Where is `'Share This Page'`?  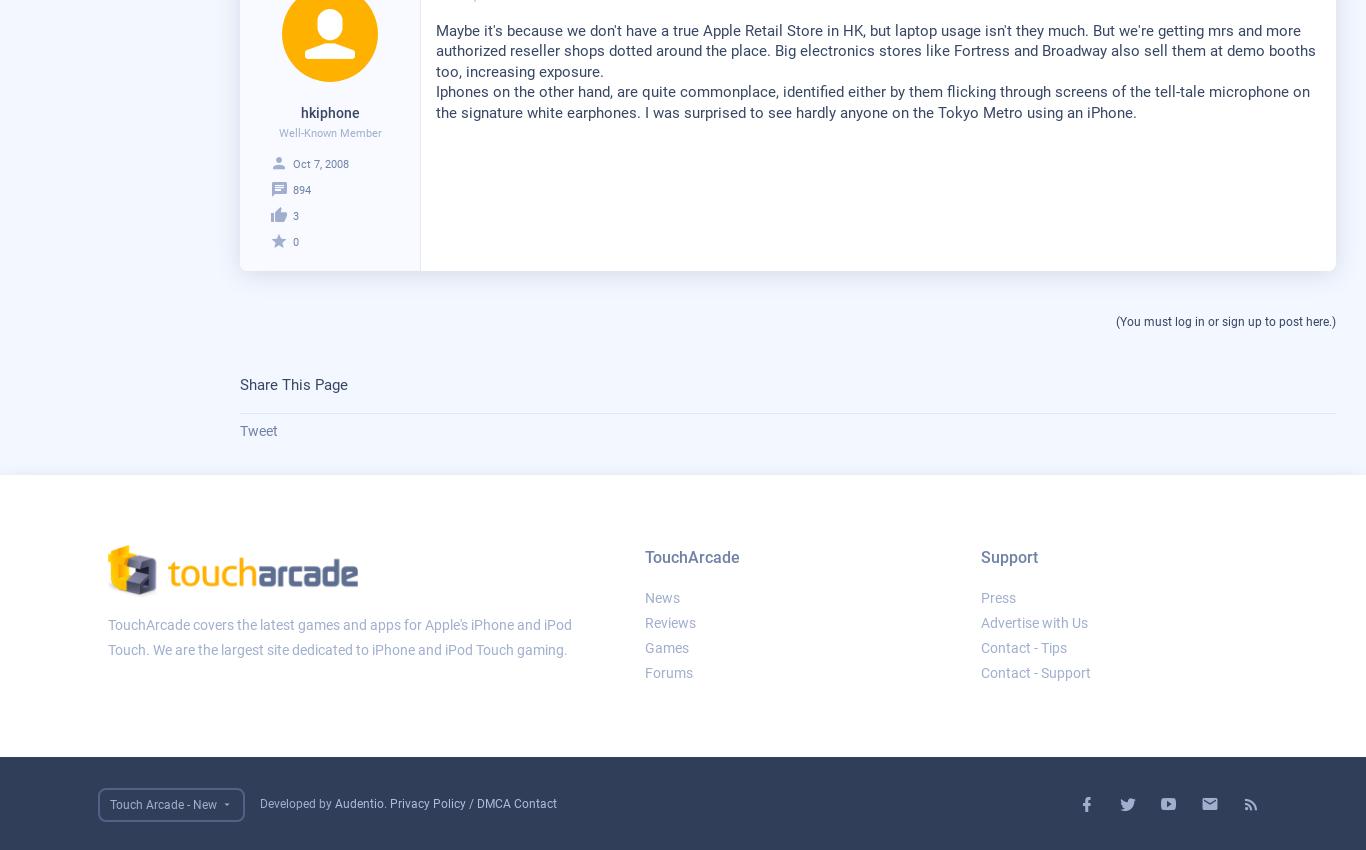
'Share This Page' is located at coordinates (240, 384).